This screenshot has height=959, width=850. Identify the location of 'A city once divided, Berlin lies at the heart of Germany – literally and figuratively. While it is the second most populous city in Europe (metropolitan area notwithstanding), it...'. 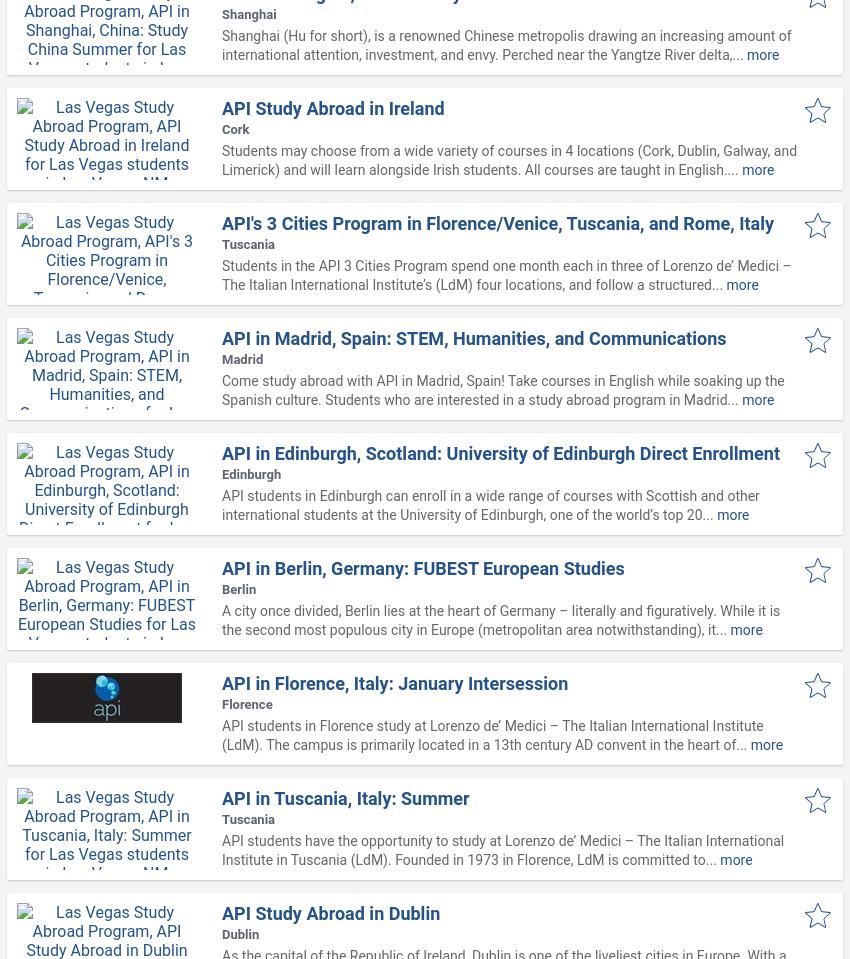
(500, 620).